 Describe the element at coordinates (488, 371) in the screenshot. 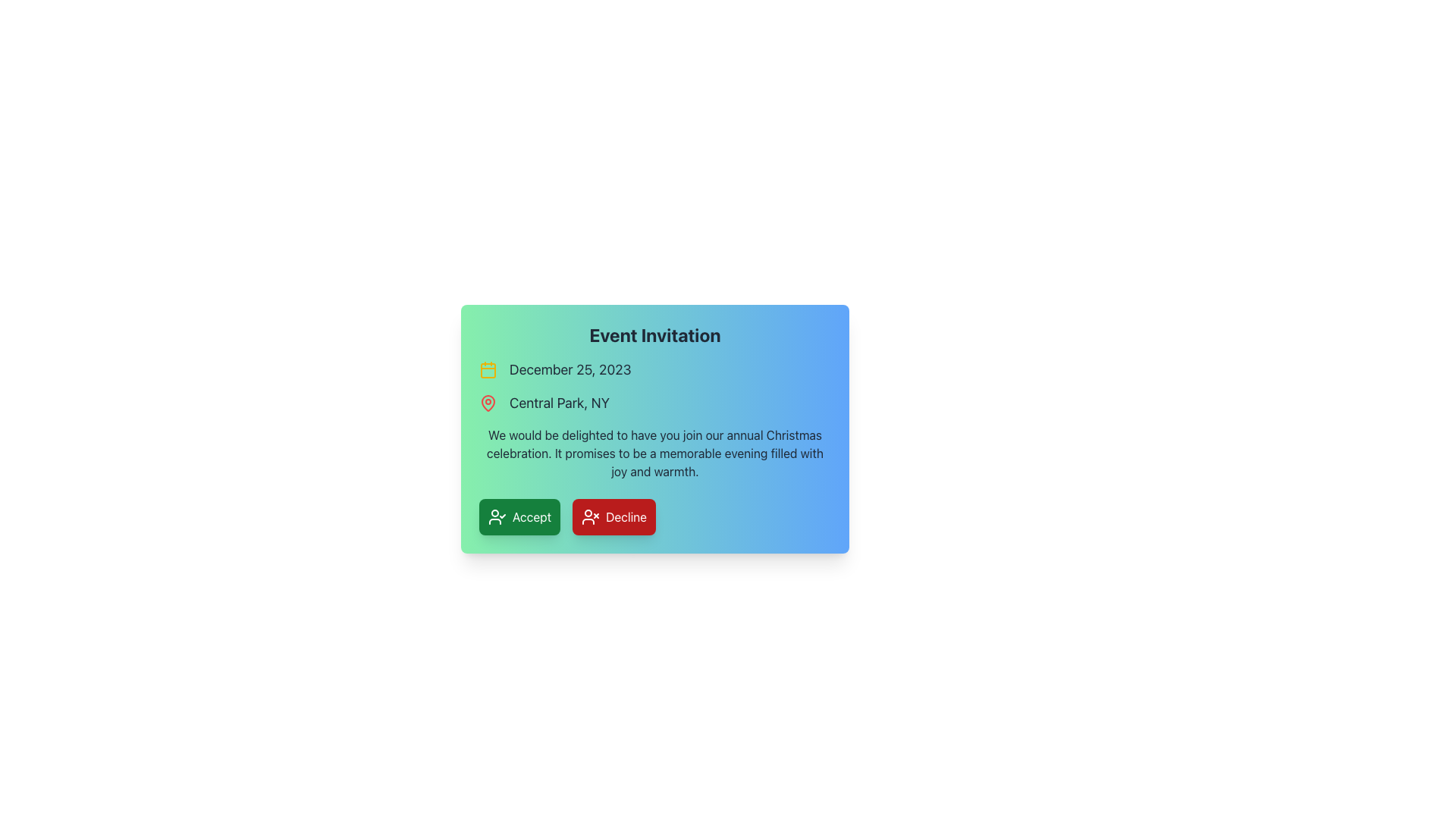

I see `the rounded rectangle element that is part of the calendar icon located at the top left corner of the invitation card` at that location.